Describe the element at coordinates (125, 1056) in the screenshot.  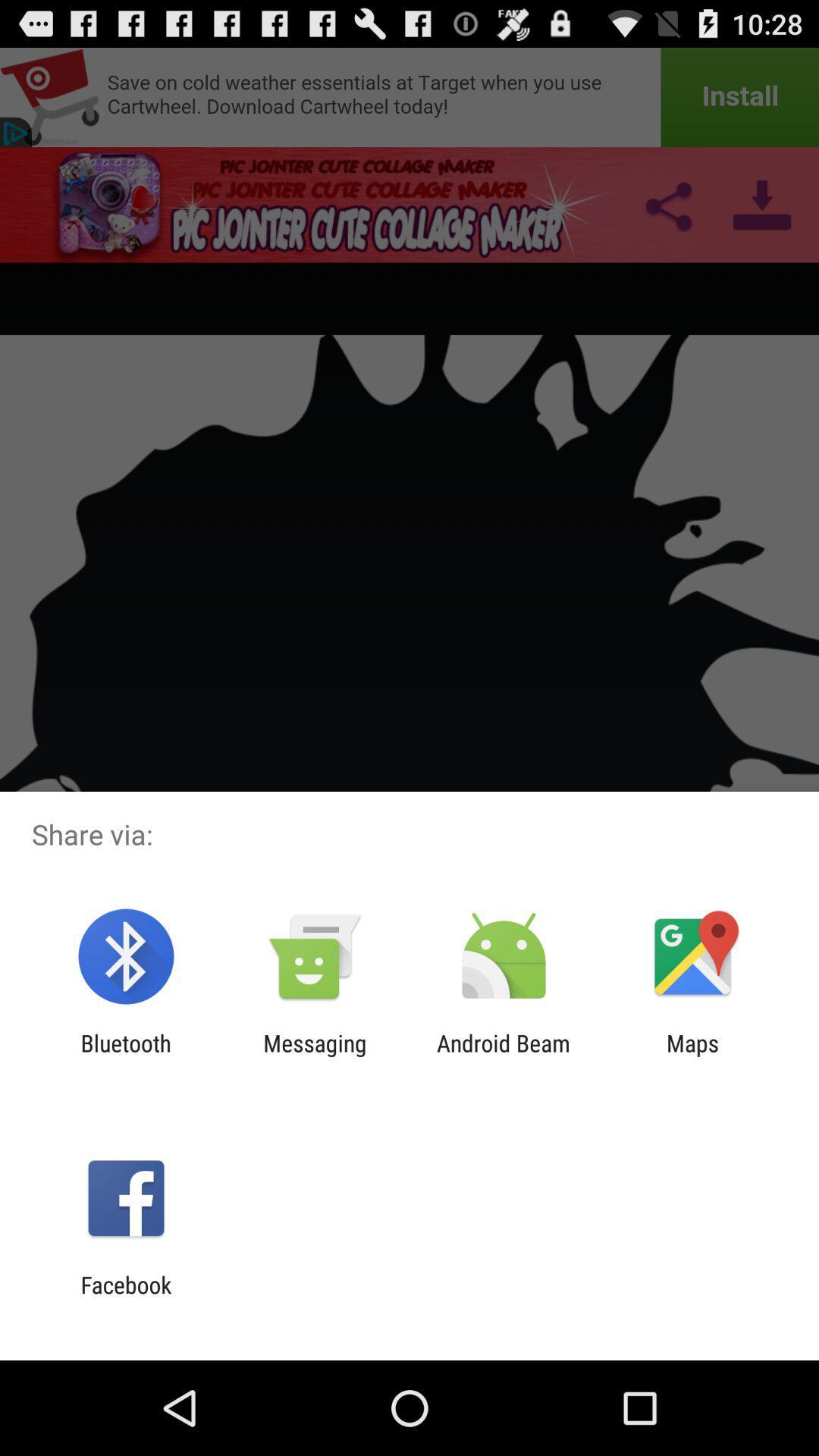
I see `app next to messaging` at that location.